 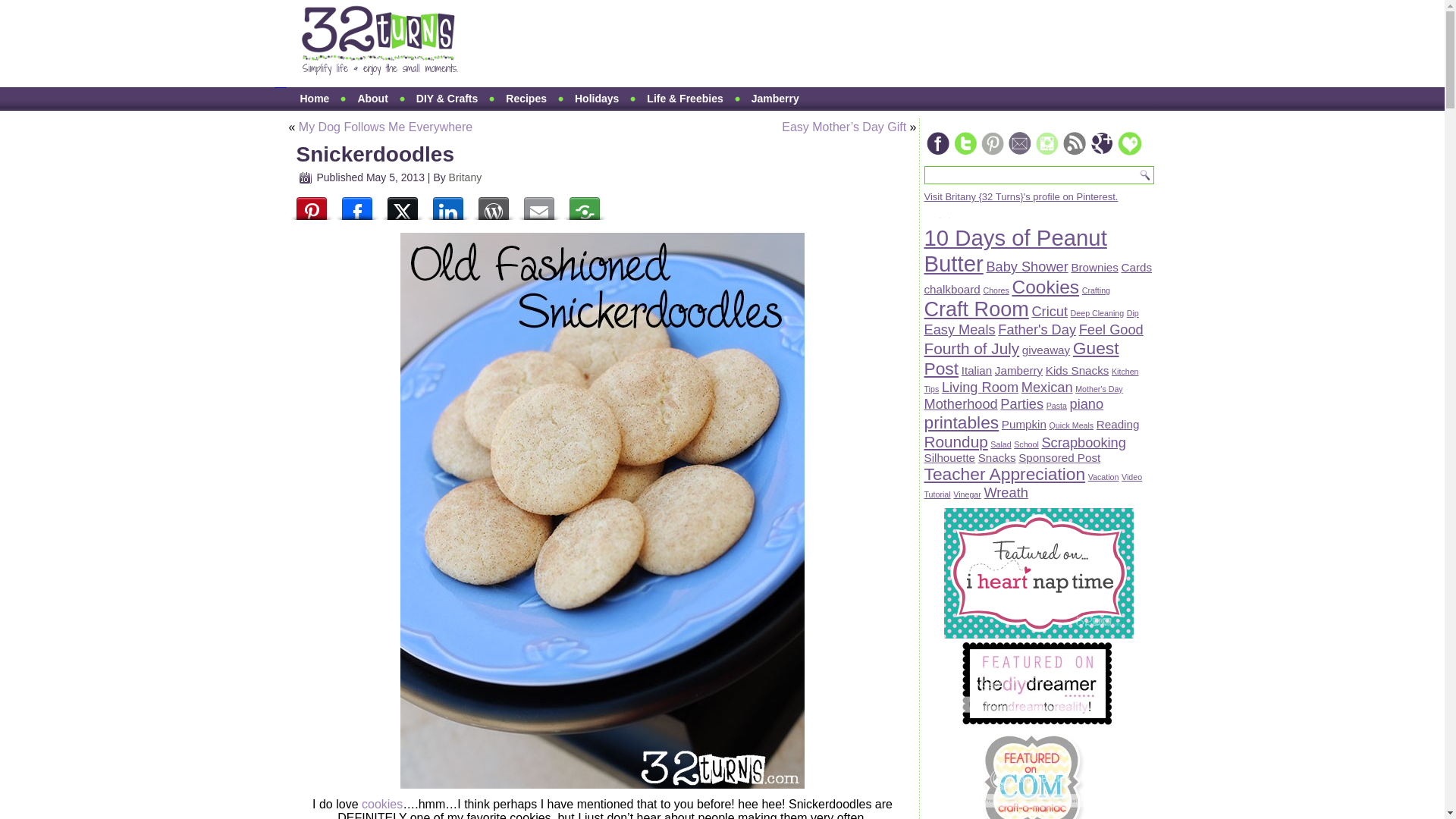 What do you see at coordinates (1096, 424) in the screenshot?
I see `'Reading'` at bounding box center [1096, 424].